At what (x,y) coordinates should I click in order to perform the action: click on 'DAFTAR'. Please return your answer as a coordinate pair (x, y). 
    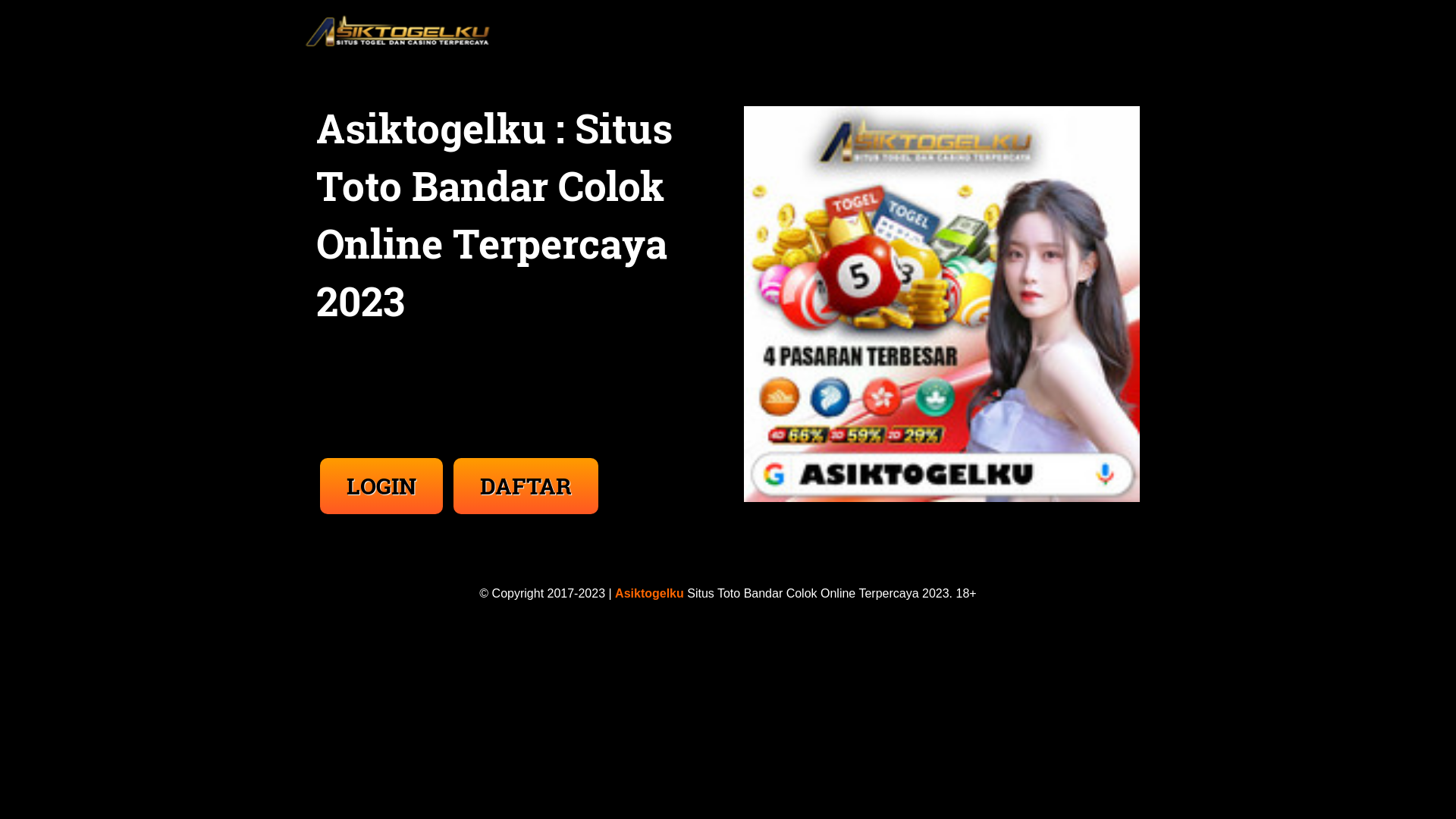
    Looking at the image, I should click on (526, 469).